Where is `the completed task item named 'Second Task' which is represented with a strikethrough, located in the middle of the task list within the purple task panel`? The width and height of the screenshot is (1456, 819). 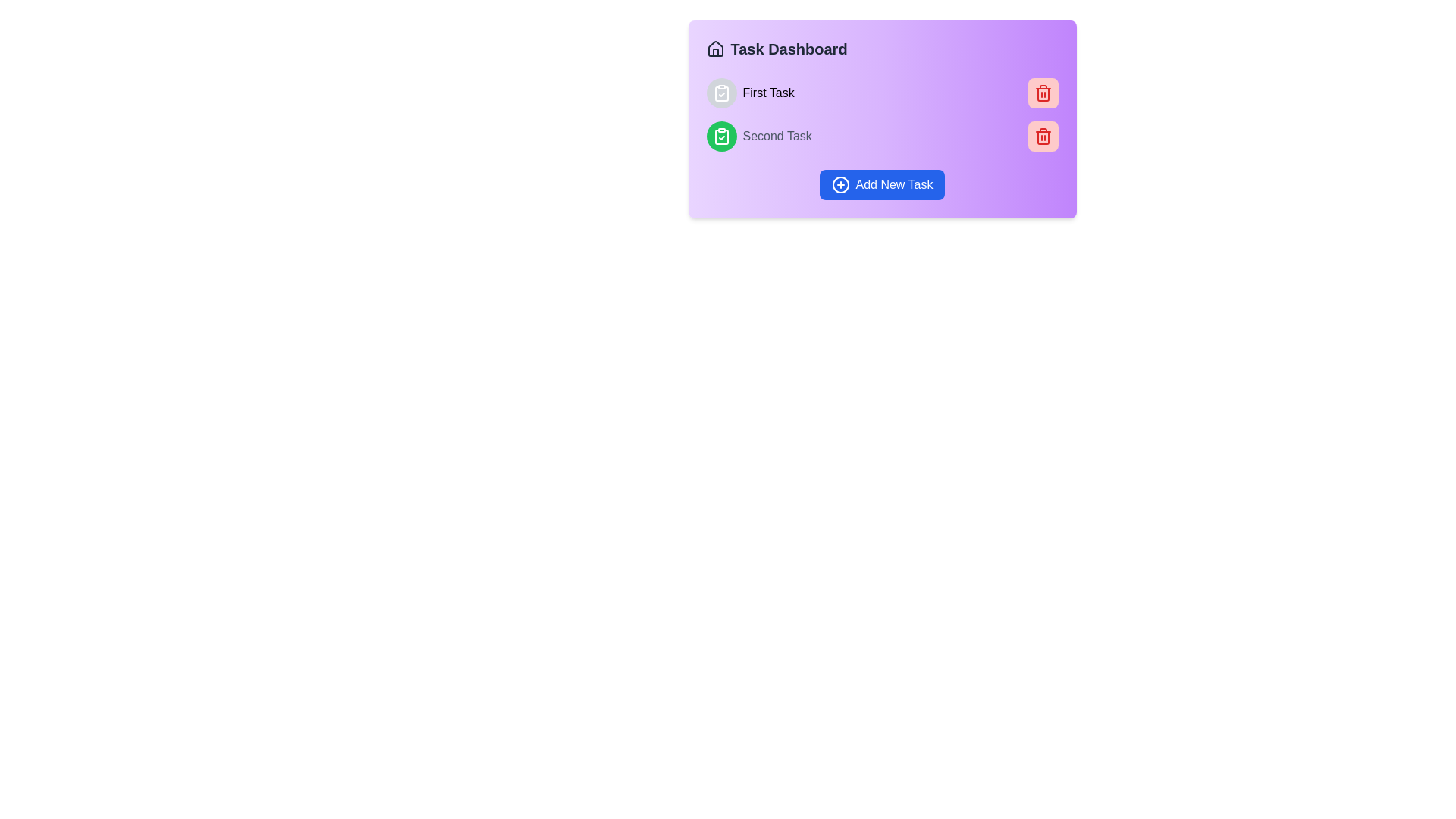
the completed task item named 'Second Task' which is represented with a strikethrough, located in the middle of the task list within the purple task panel is located at coordinates (759, 136).